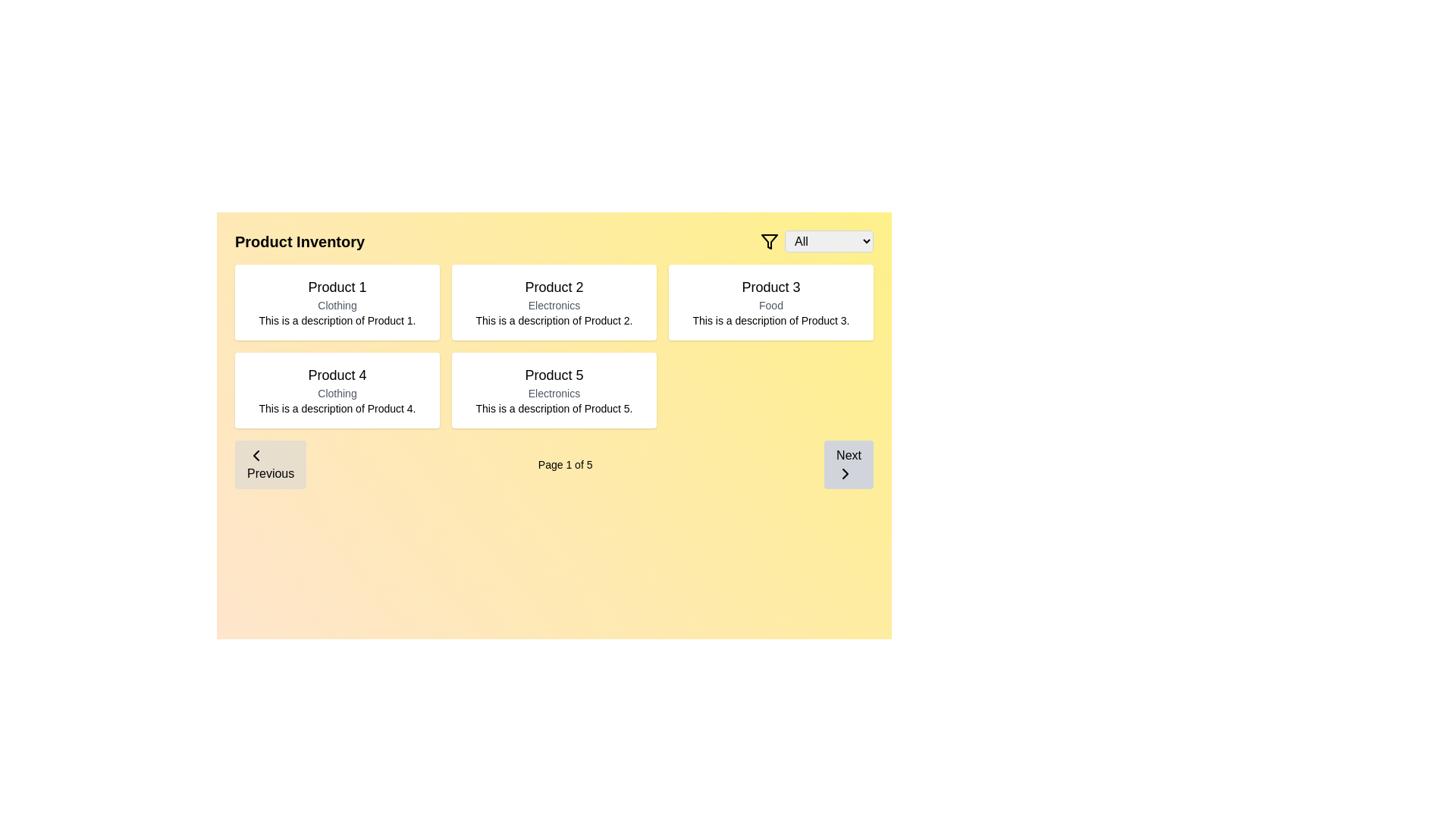  What do you see at coordinates (256, 455) in the screenshot?
I see `the chevron-left SVG icon located within the 'Previous' button at the bottom-left section of the interface` at bounding box center [256, 455].